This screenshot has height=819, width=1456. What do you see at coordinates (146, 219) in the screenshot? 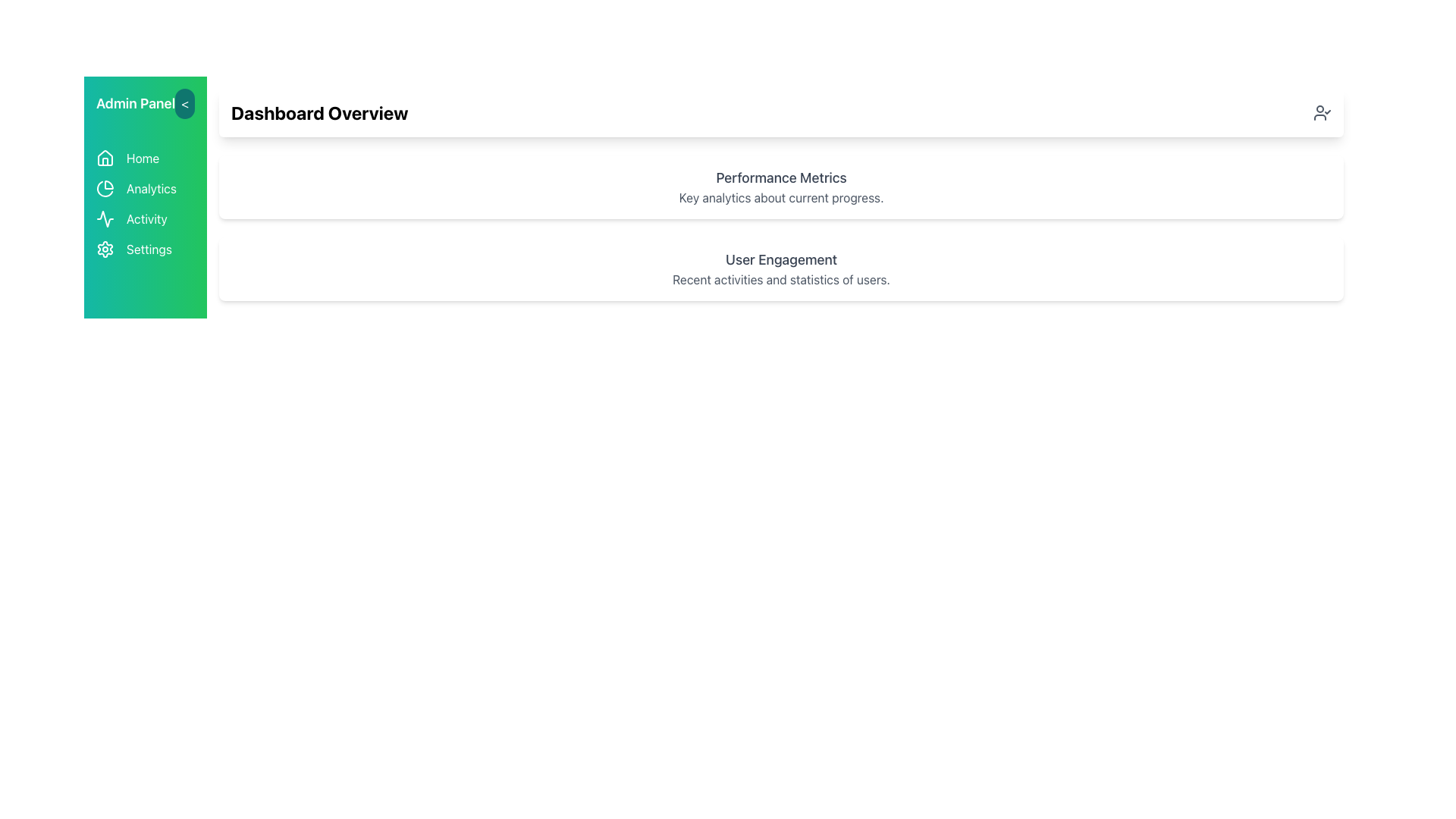
I see `the 'Activity' button in the sidebar` at bounding box center [146, 219].